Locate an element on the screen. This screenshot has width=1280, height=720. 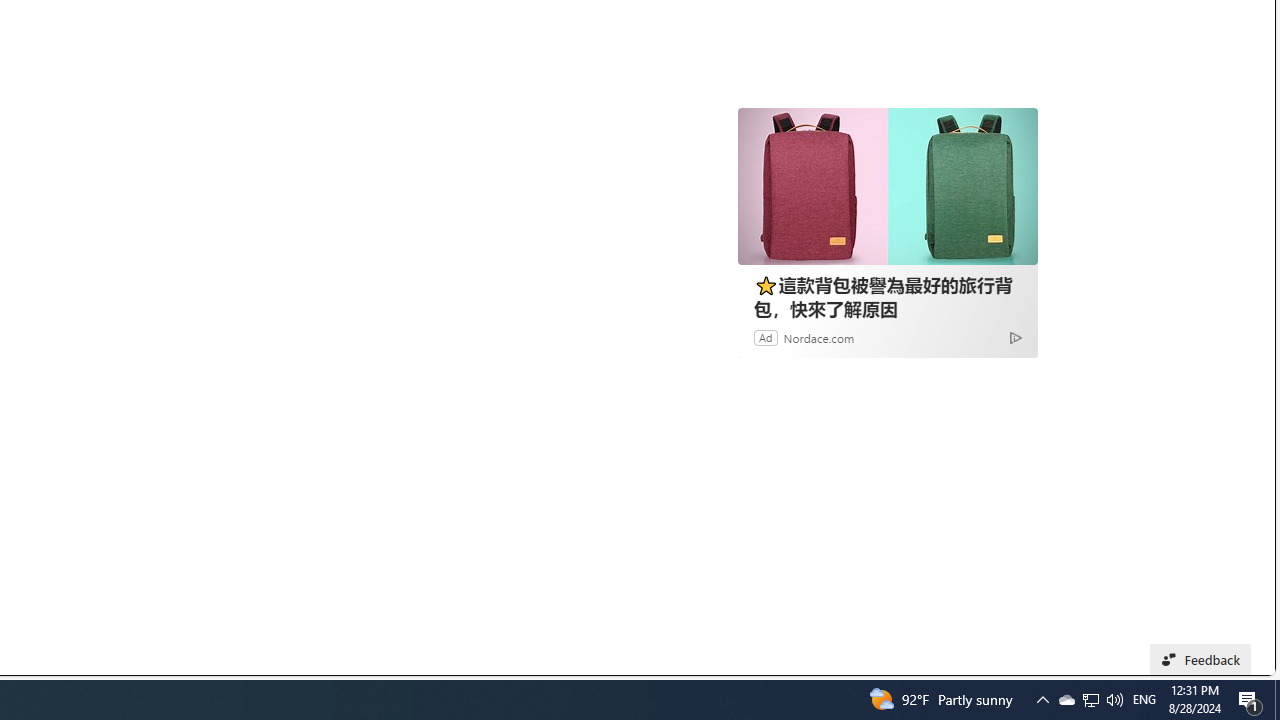
'Feedback' is located at coordinates (1200, 659).